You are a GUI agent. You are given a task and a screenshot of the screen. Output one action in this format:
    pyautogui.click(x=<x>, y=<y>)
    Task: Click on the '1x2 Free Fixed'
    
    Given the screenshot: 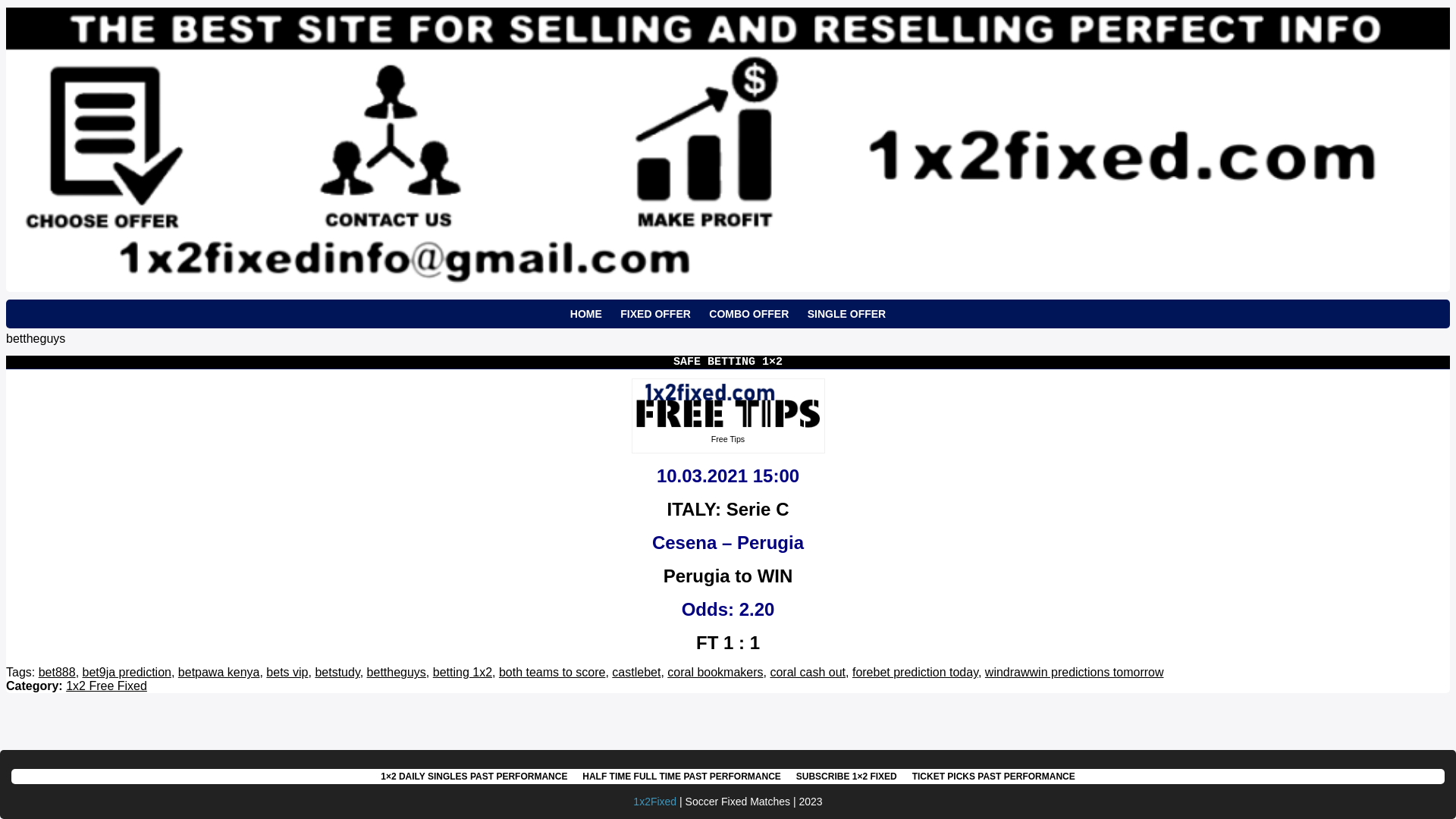 What is the action you would take?
    pyautogui.click(x=64, y=686)
    